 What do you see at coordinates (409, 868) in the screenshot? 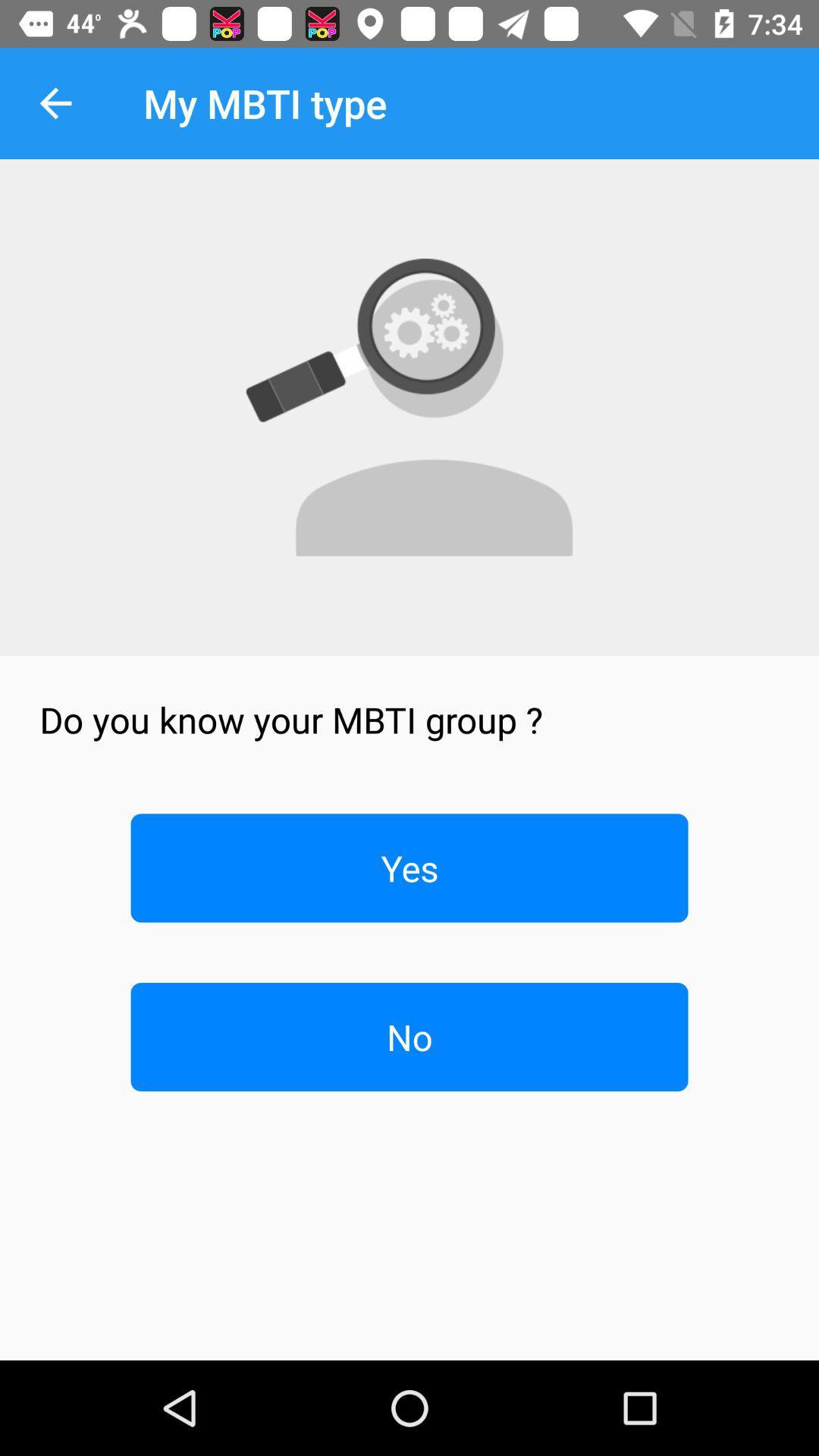
I see `the yes` at bounding box center [409, 868].